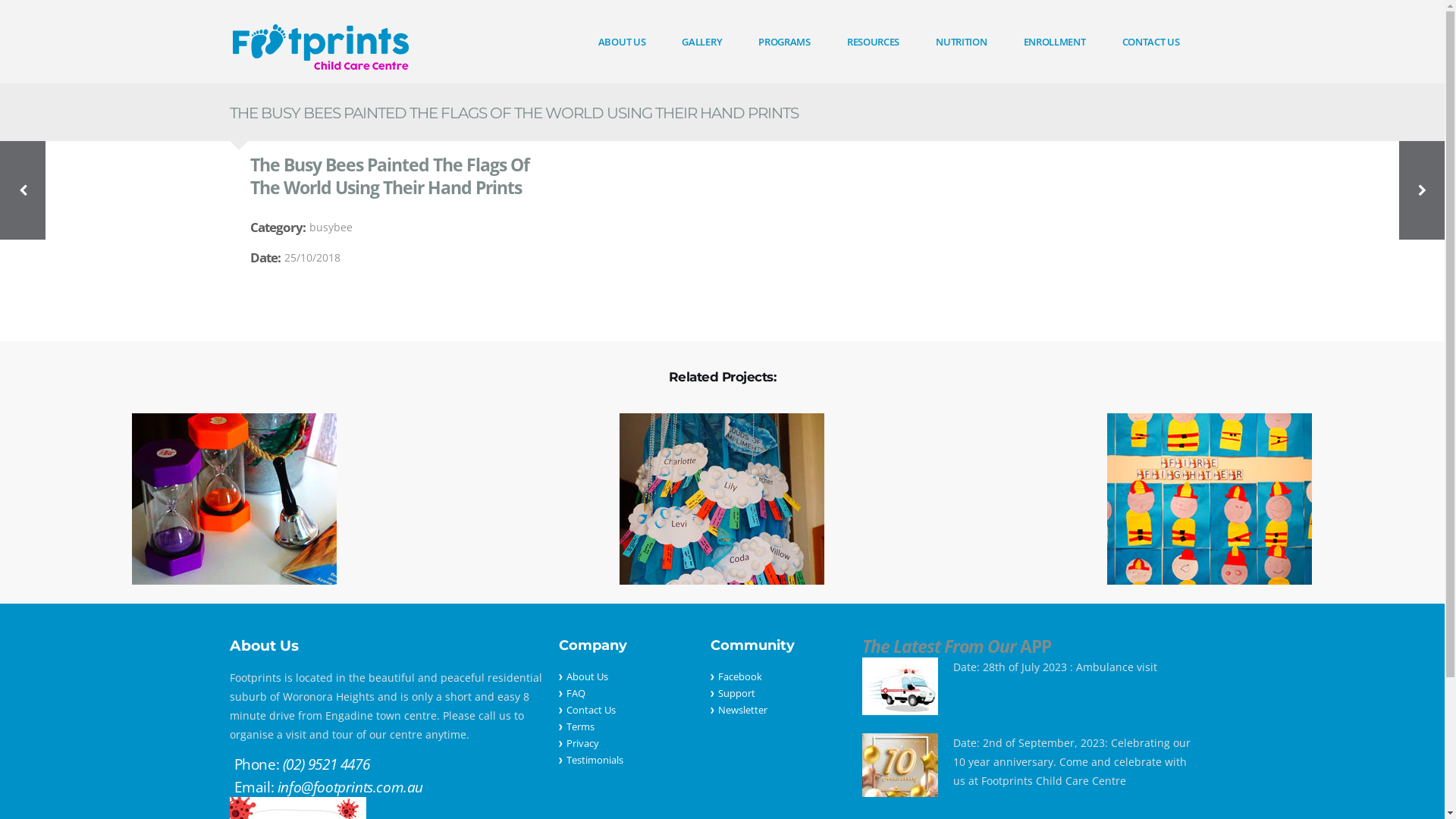 This screenshot has width=1456, height=819. I want to click on 'Terms', so click(564, 725).